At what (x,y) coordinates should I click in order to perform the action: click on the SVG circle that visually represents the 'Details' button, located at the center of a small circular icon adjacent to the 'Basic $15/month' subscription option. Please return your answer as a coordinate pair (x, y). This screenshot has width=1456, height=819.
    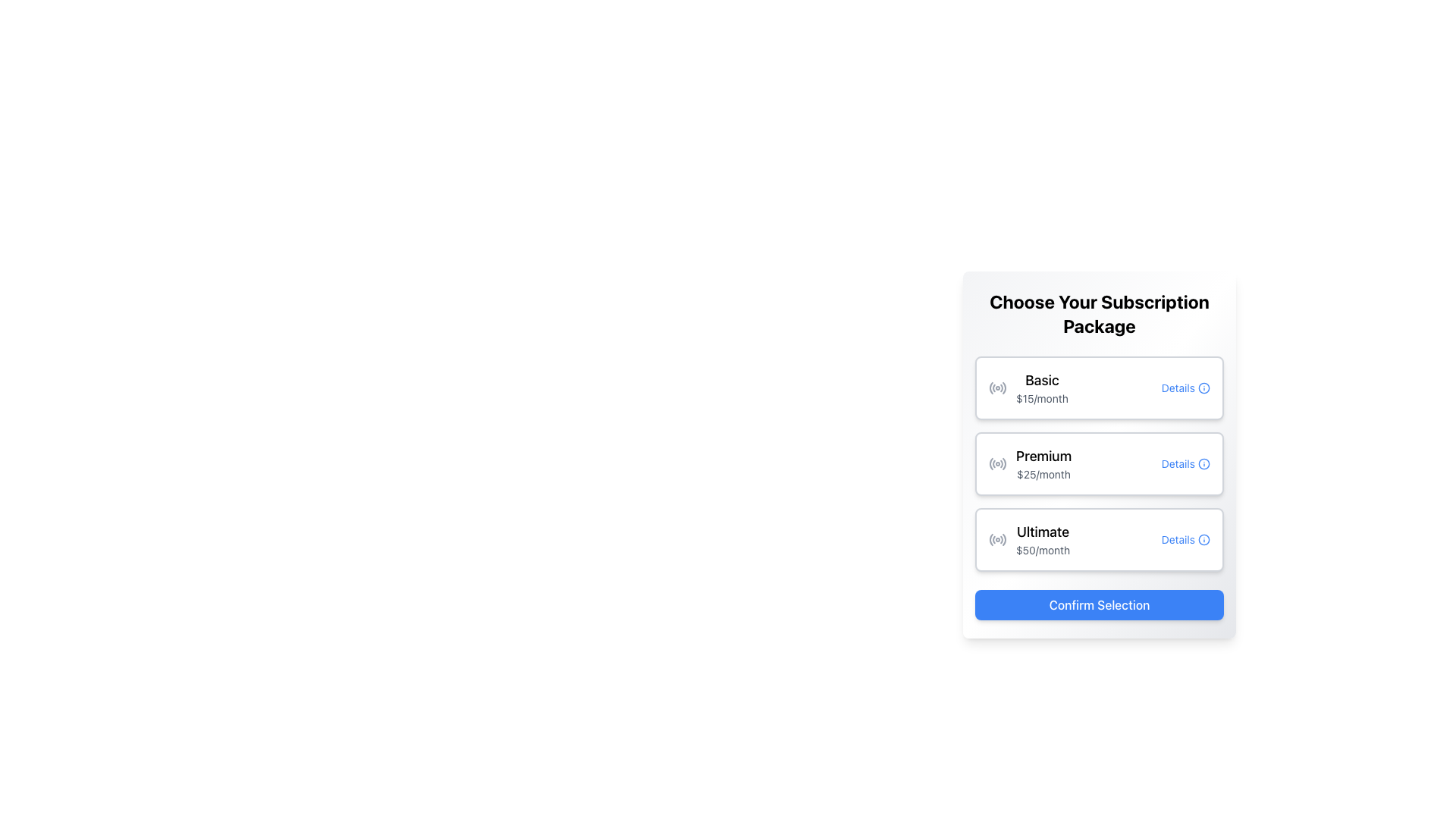
    Looking at the image, I should click on (1203, 388).